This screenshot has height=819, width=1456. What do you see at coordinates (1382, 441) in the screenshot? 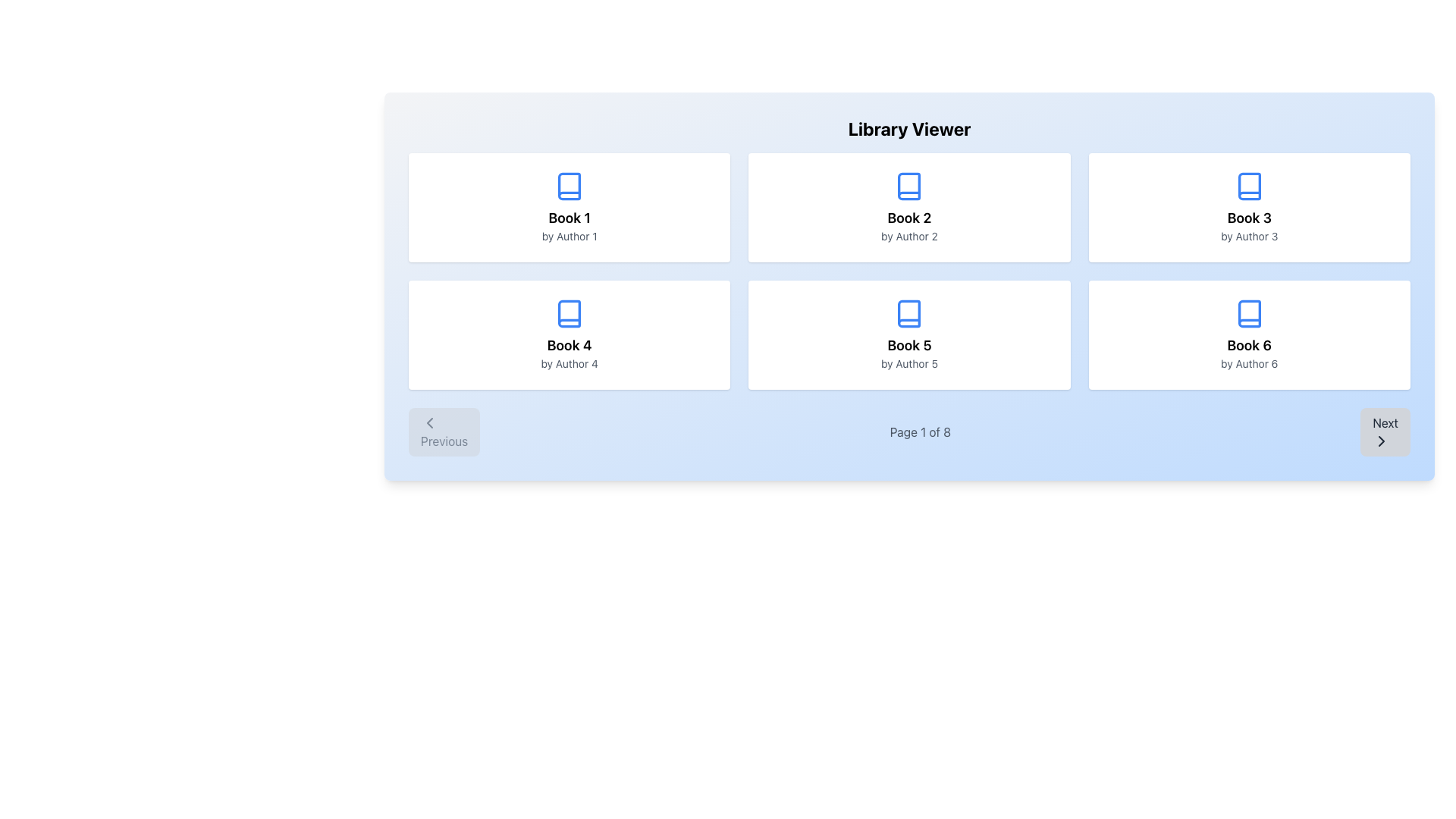
I see `the 'Next' button icon, which symbolizes the navigation action to advance to another page or view, located at the bottom-right corner of the interface` at bounding box center [1382, 441].